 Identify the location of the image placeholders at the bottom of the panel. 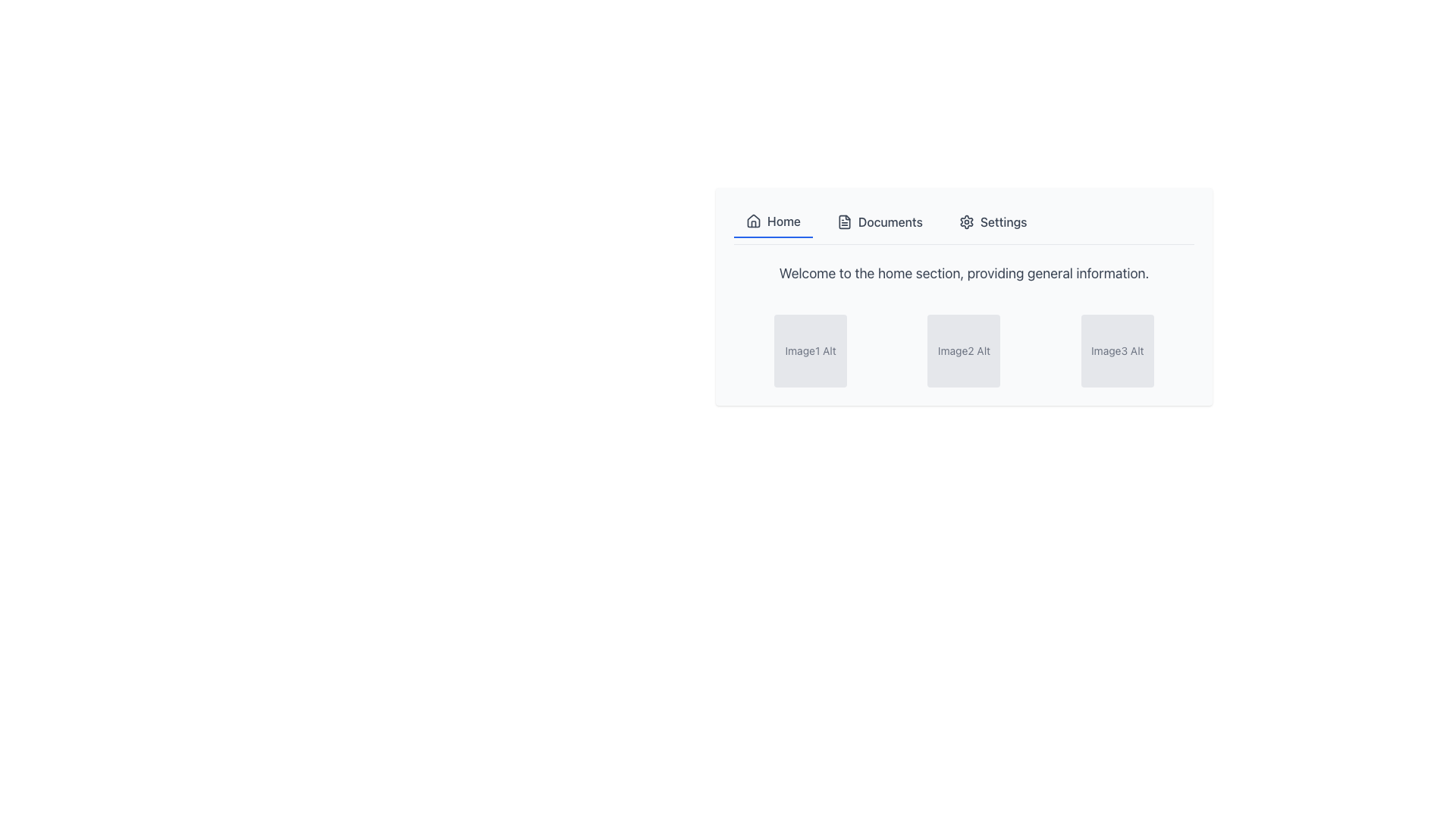
(963, 297).